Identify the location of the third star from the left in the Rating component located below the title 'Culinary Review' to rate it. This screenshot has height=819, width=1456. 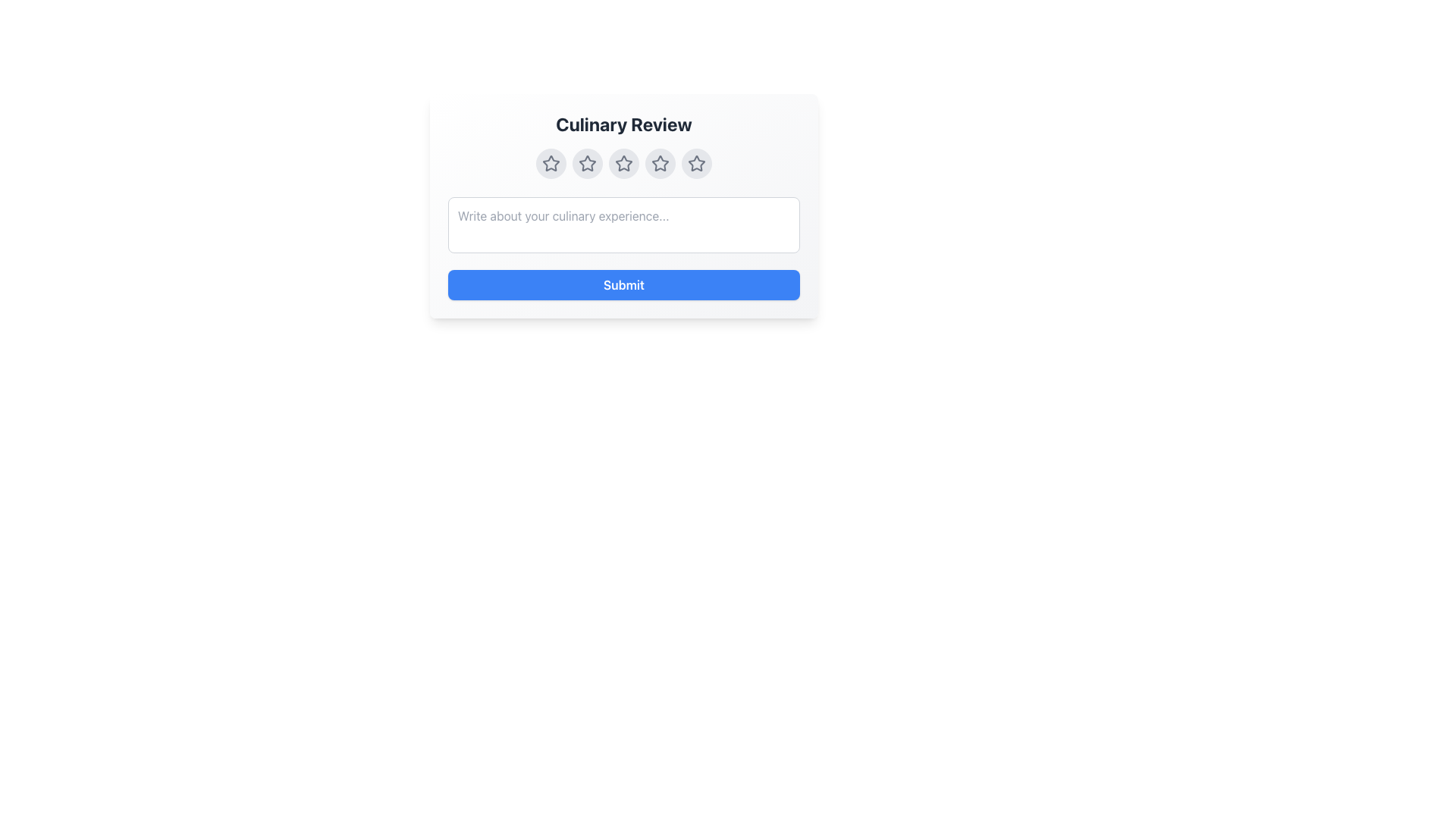
(623, 164).